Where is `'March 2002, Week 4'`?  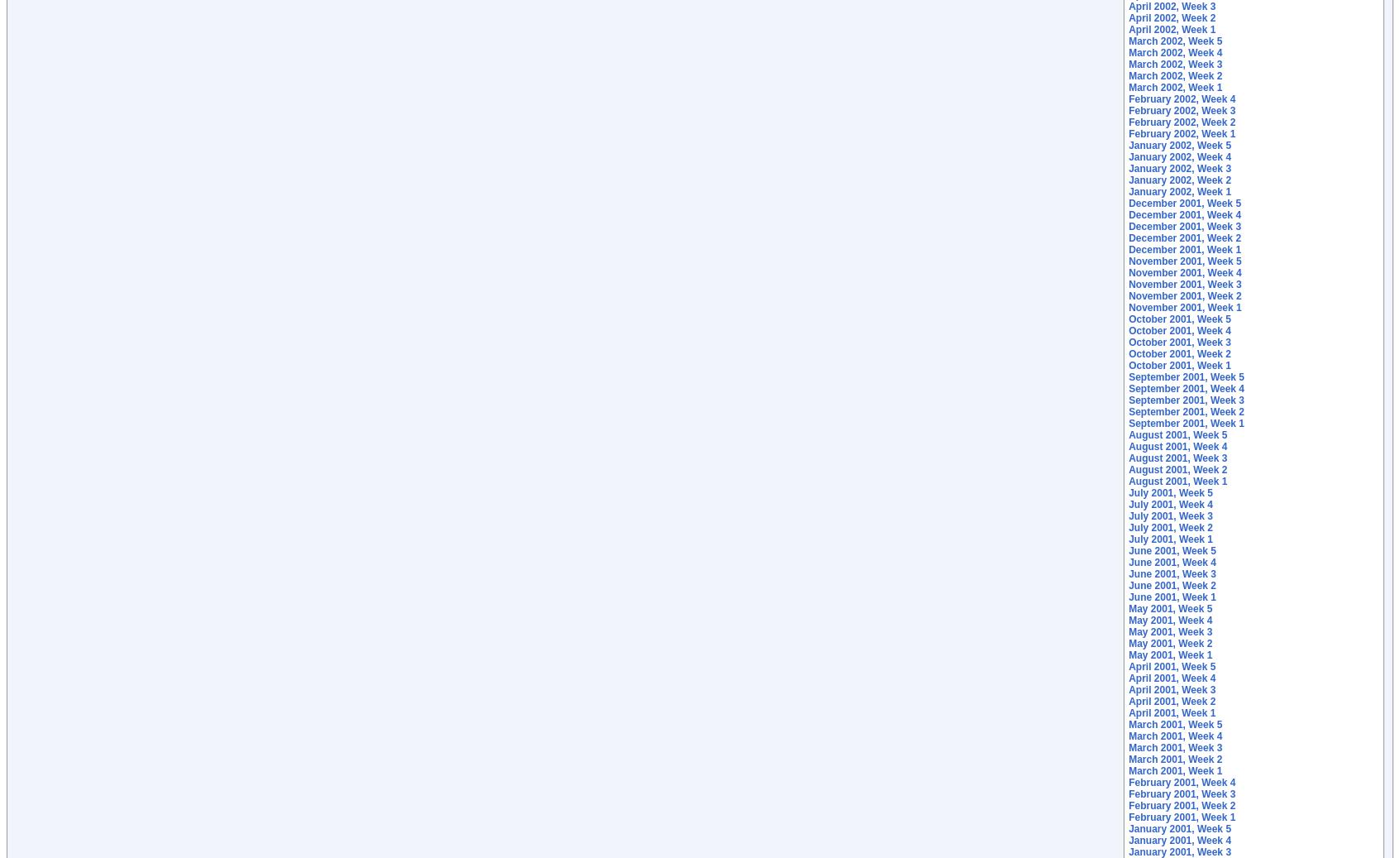 'March 2002, Week 4' is located at coordinates (1174, 51).